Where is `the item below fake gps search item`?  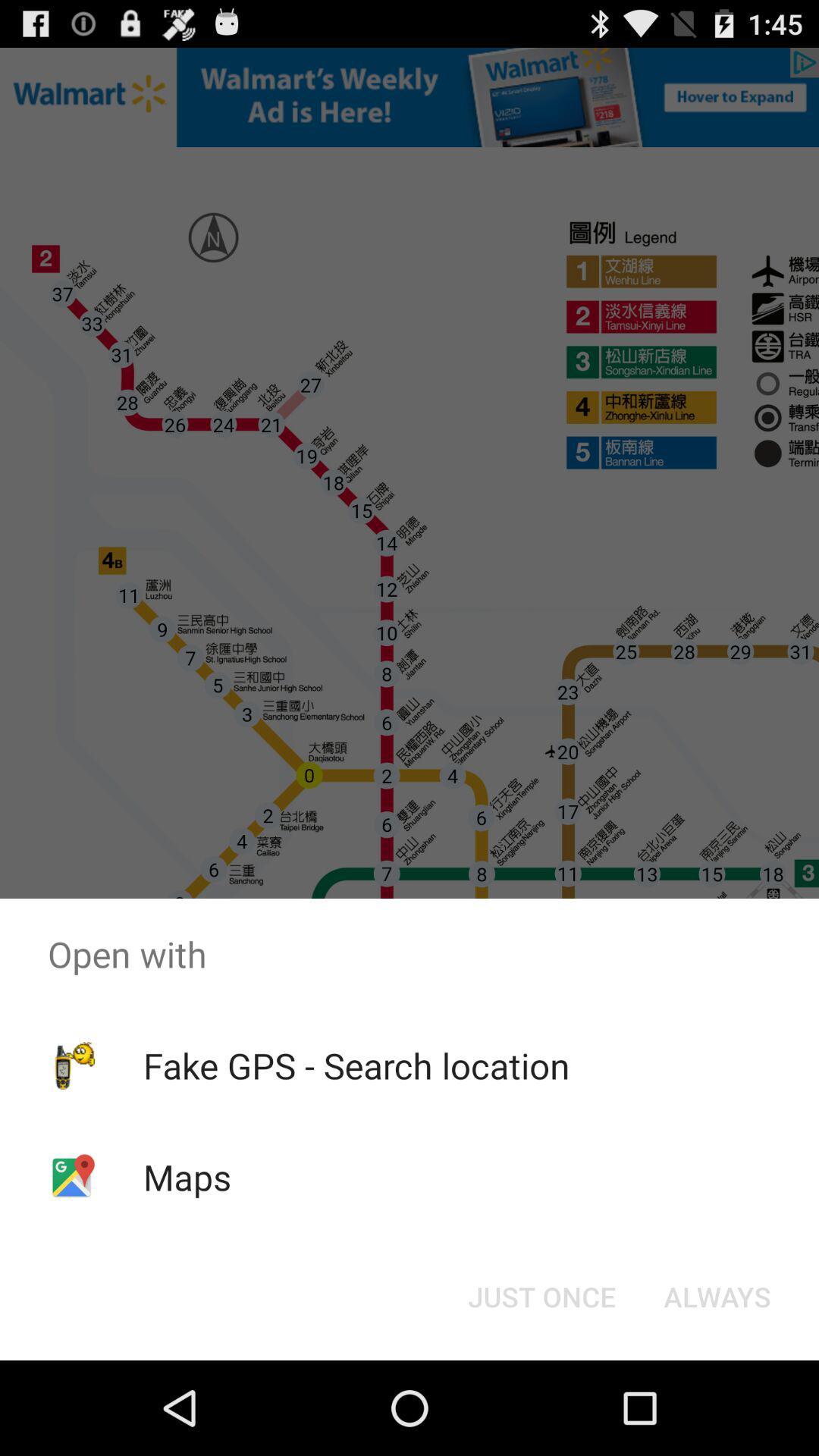 the item below fake gps search item is located at coordinates (541, 1295).